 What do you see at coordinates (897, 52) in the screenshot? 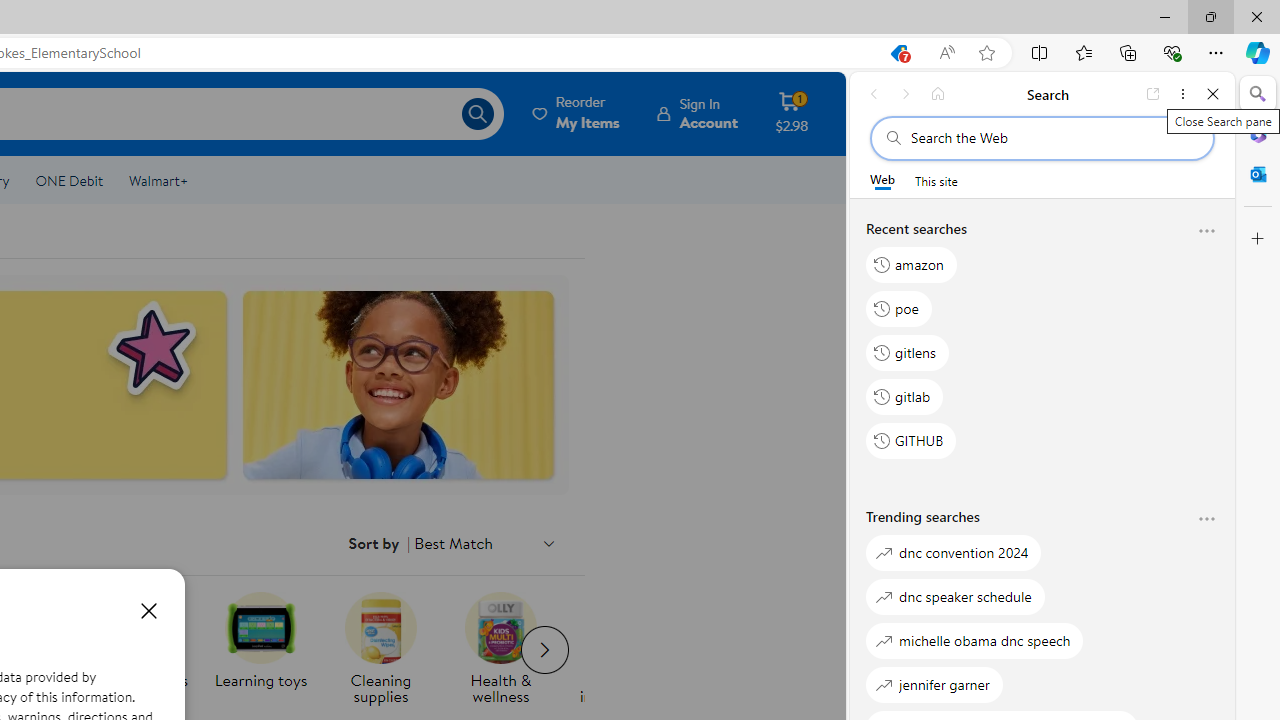
I see `'This site has coupons! Shopping in Microsoft Edge, 7'` at bounding box center [897, 52].